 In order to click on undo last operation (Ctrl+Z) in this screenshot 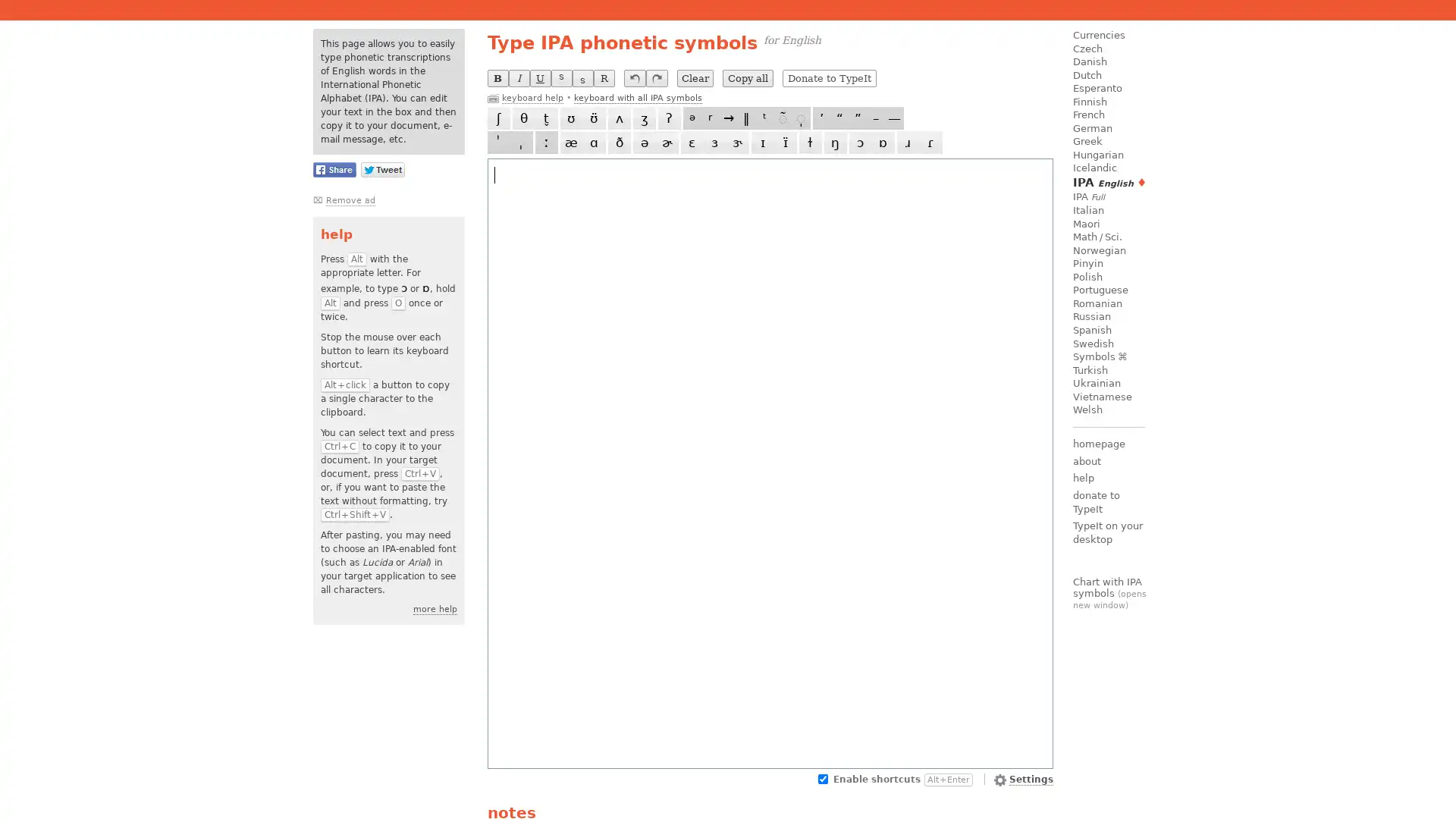, I will do `click(634, 78)`.